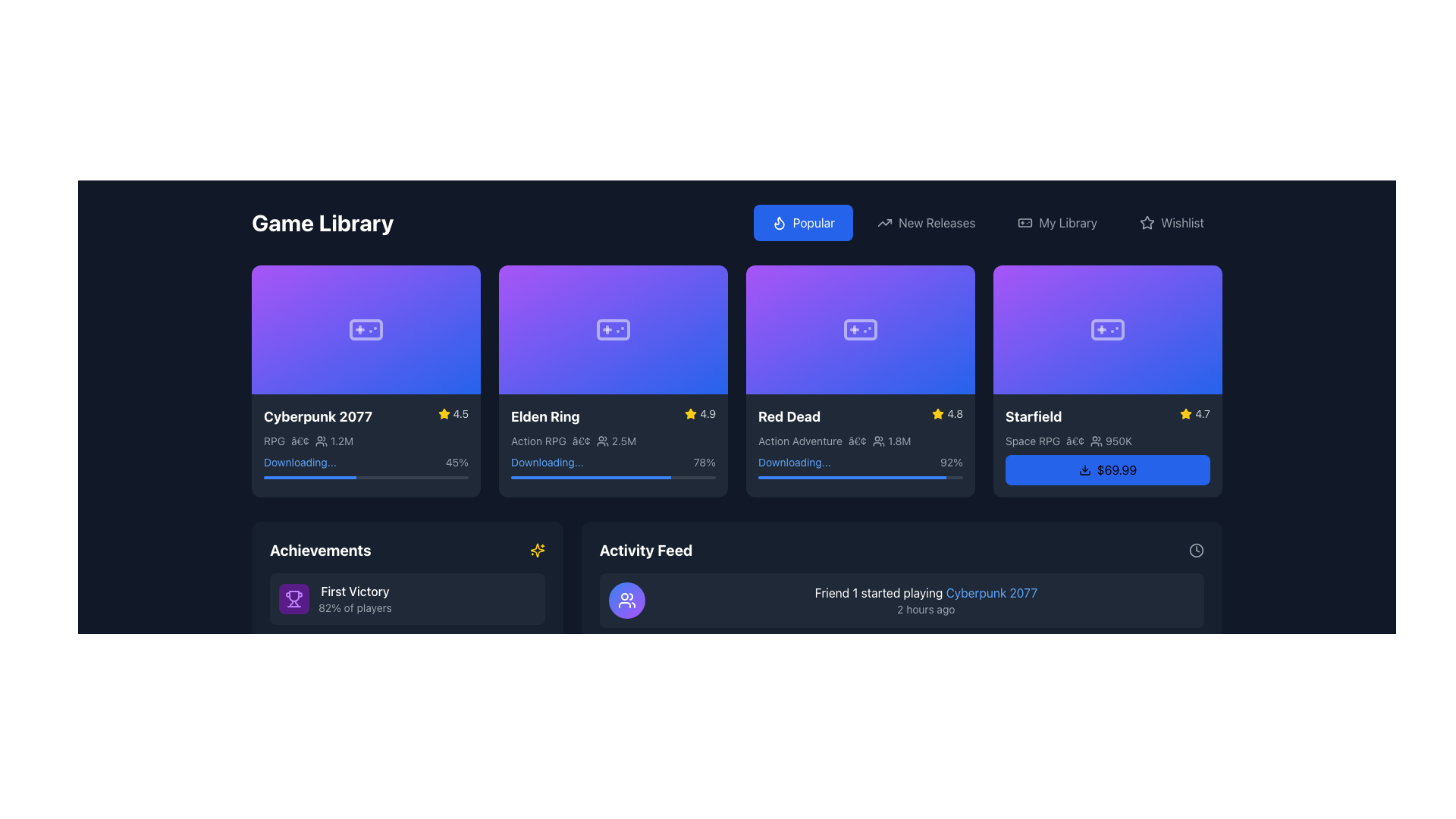 The width and height of the screenshot is (1456, 819). Describe the element at coordinates (773, 476) in the screenshot. I see `the download progress` at that location.